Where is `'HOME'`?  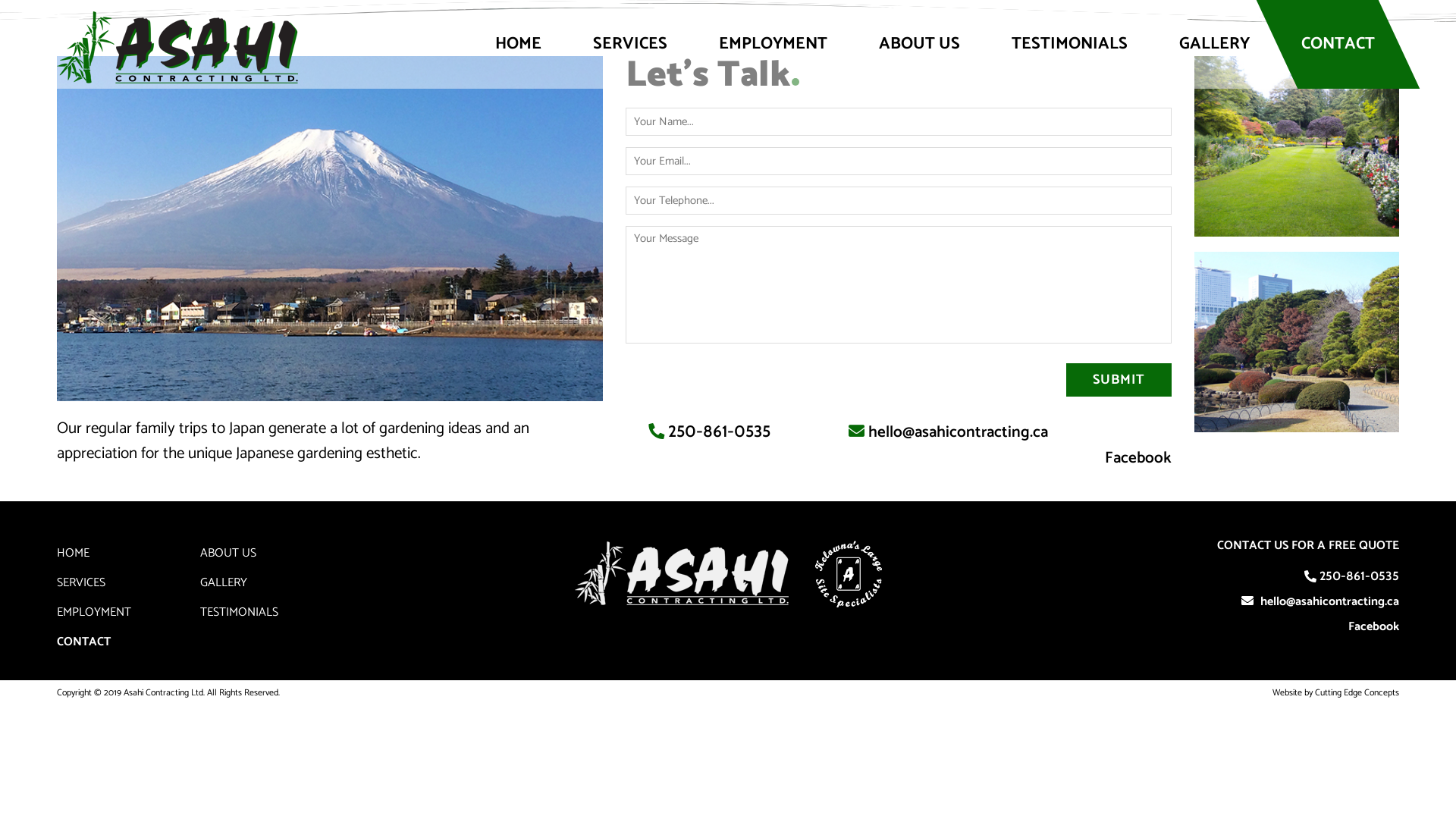
'HOME' is located at coordinates (518, 43).